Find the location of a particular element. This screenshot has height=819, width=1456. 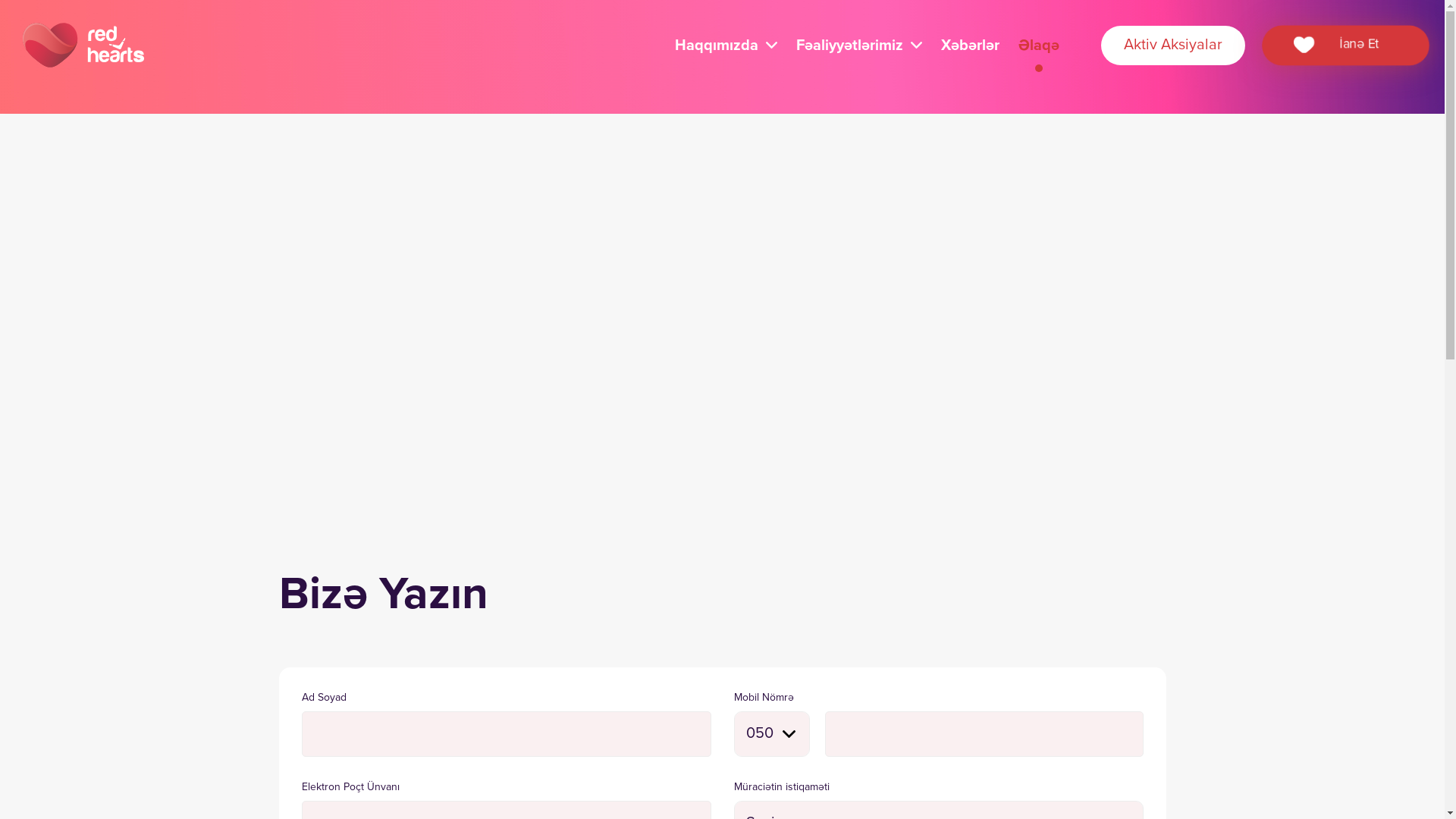

'Aktiv Aksiyalar' is located at coordinates (1100, 45).